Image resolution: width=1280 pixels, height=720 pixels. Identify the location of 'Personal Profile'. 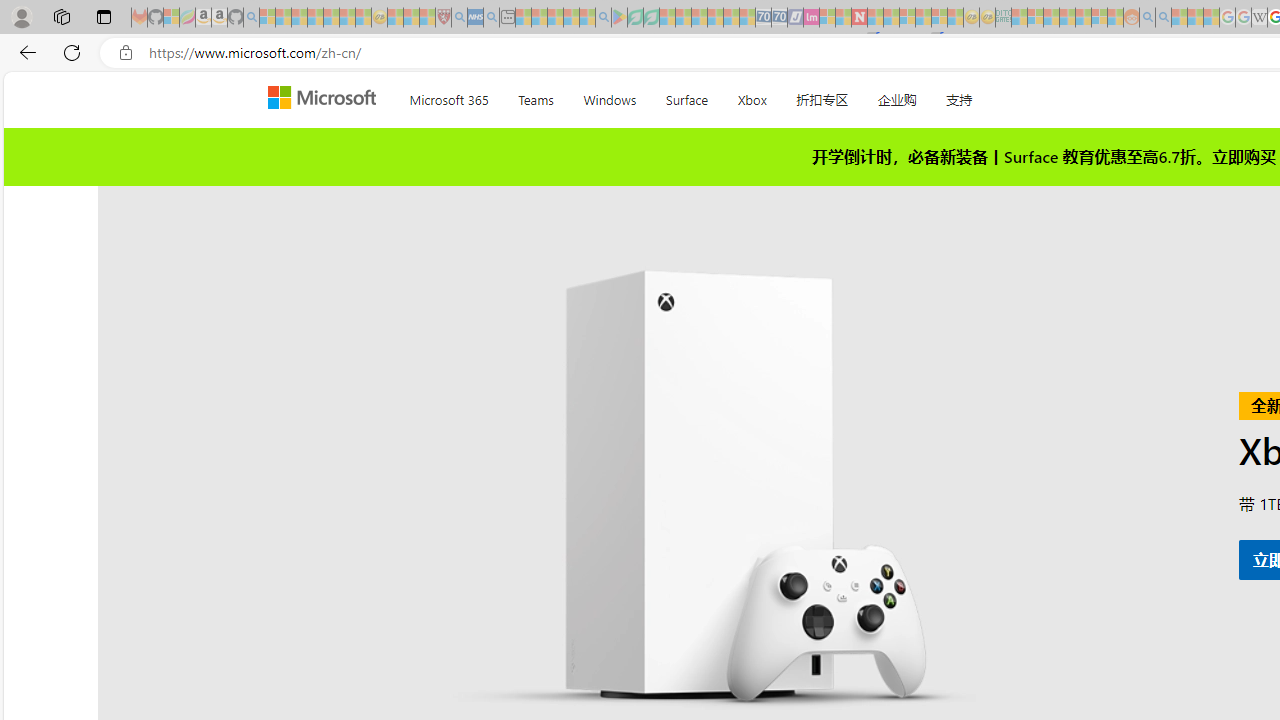
(21, 16).